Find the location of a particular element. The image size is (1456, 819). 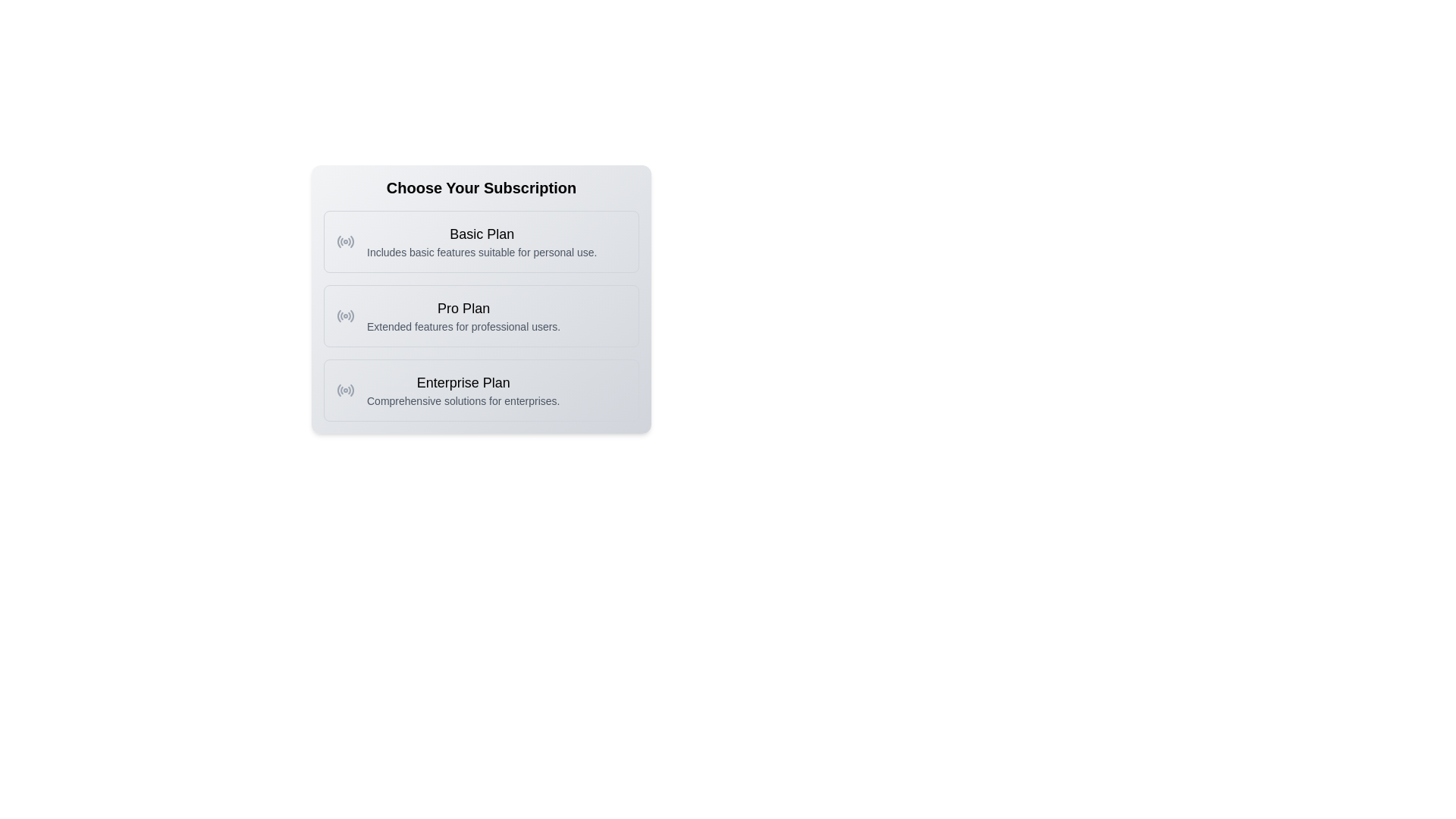

text element that provides a description for the 'Enterprise Plan', which states 'Comprehensive solutions for enterprises.' is located at coordinates (463, 400).